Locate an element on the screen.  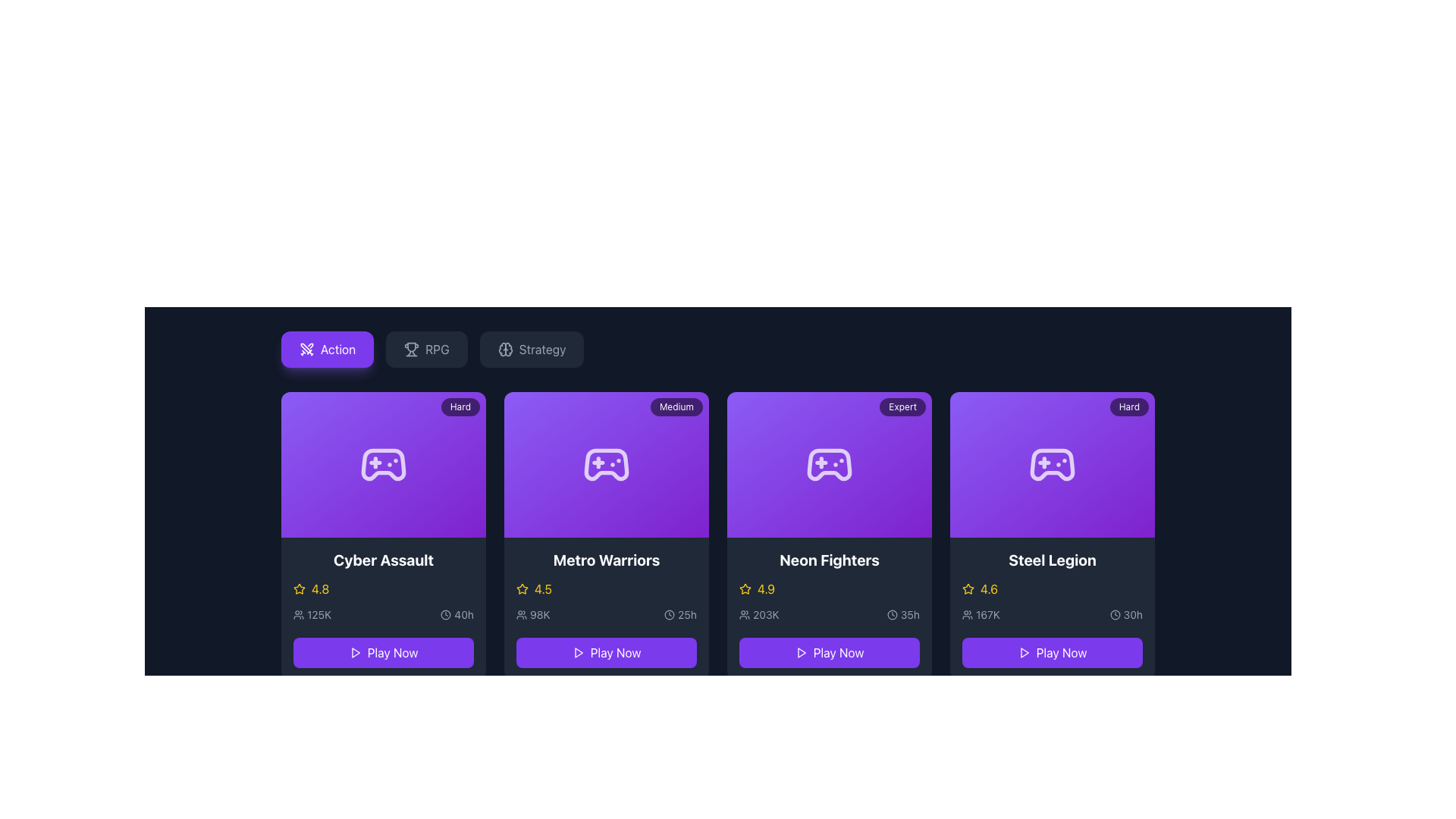
the clock icon represented by the outer circle of the clock's frame, which is centrally located within the clock icon is located at coordinates (1115, 614).